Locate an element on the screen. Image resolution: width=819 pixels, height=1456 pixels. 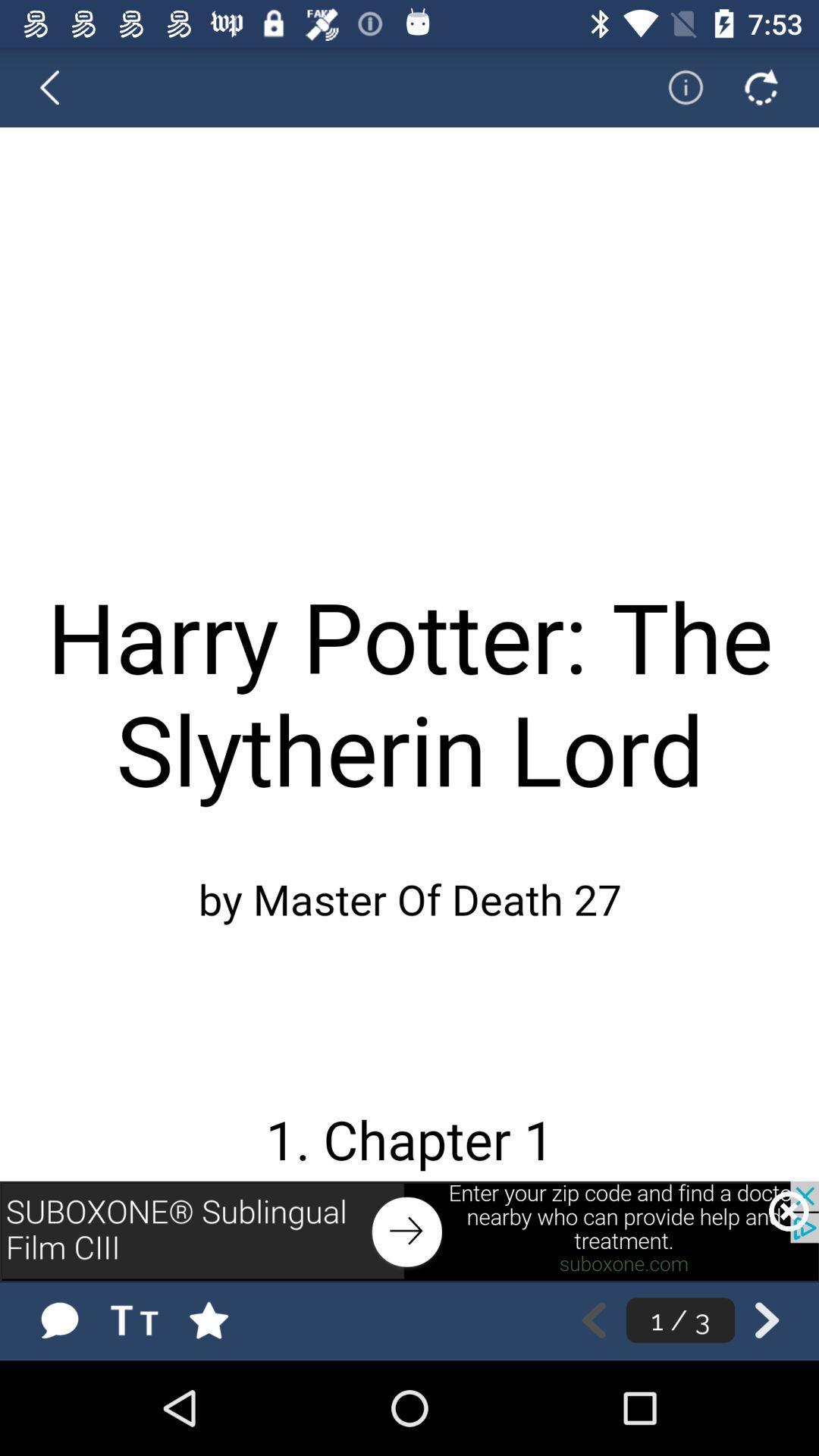
the arrow_backward icon is located at coordinates (58, 86).